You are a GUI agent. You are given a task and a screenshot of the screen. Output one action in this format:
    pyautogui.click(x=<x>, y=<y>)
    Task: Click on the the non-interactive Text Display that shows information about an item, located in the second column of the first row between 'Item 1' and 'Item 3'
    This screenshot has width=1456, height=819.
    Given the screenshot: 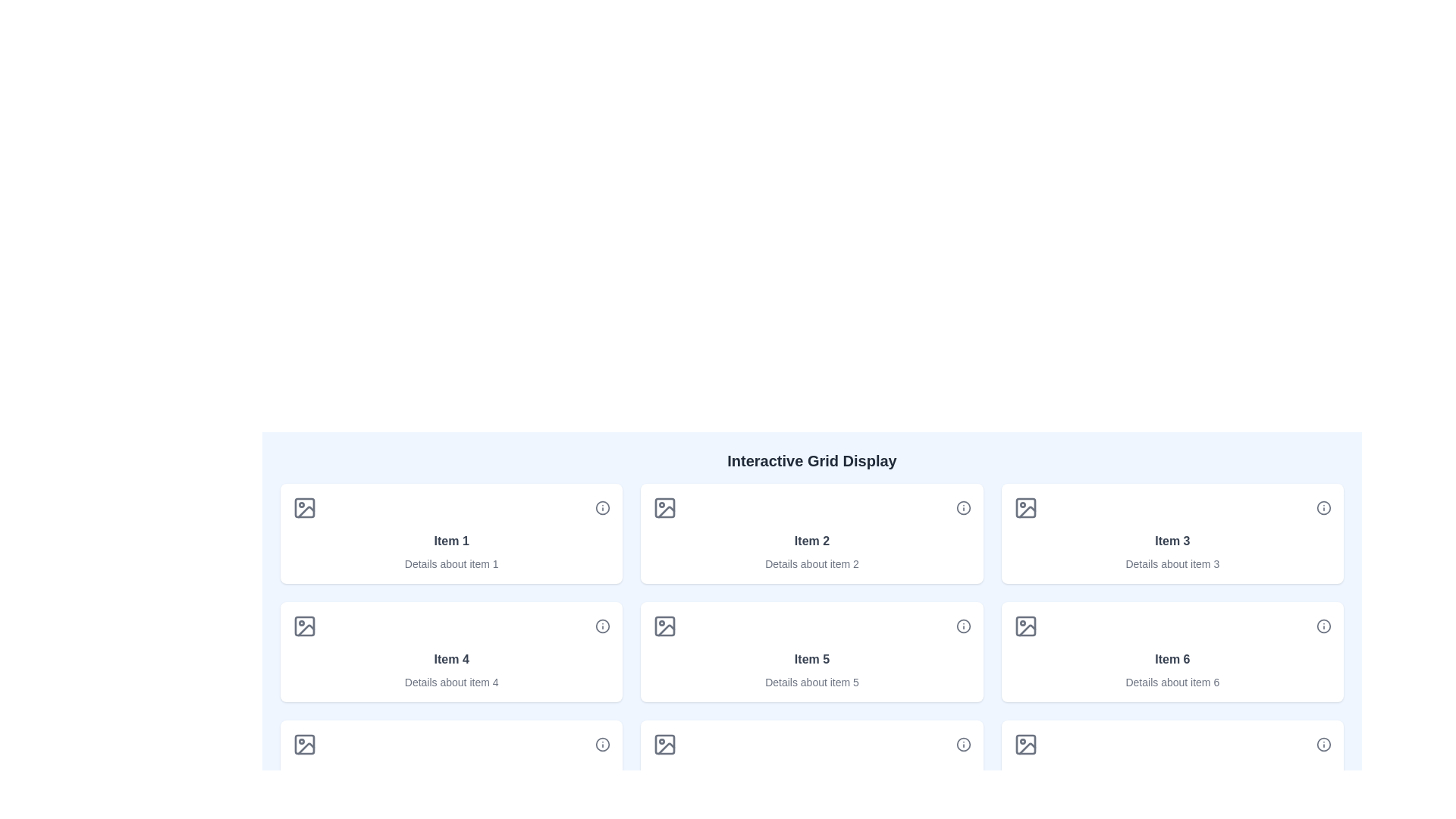 What is the action you would take?
    pyautogui.click(x=811, y=552)
    